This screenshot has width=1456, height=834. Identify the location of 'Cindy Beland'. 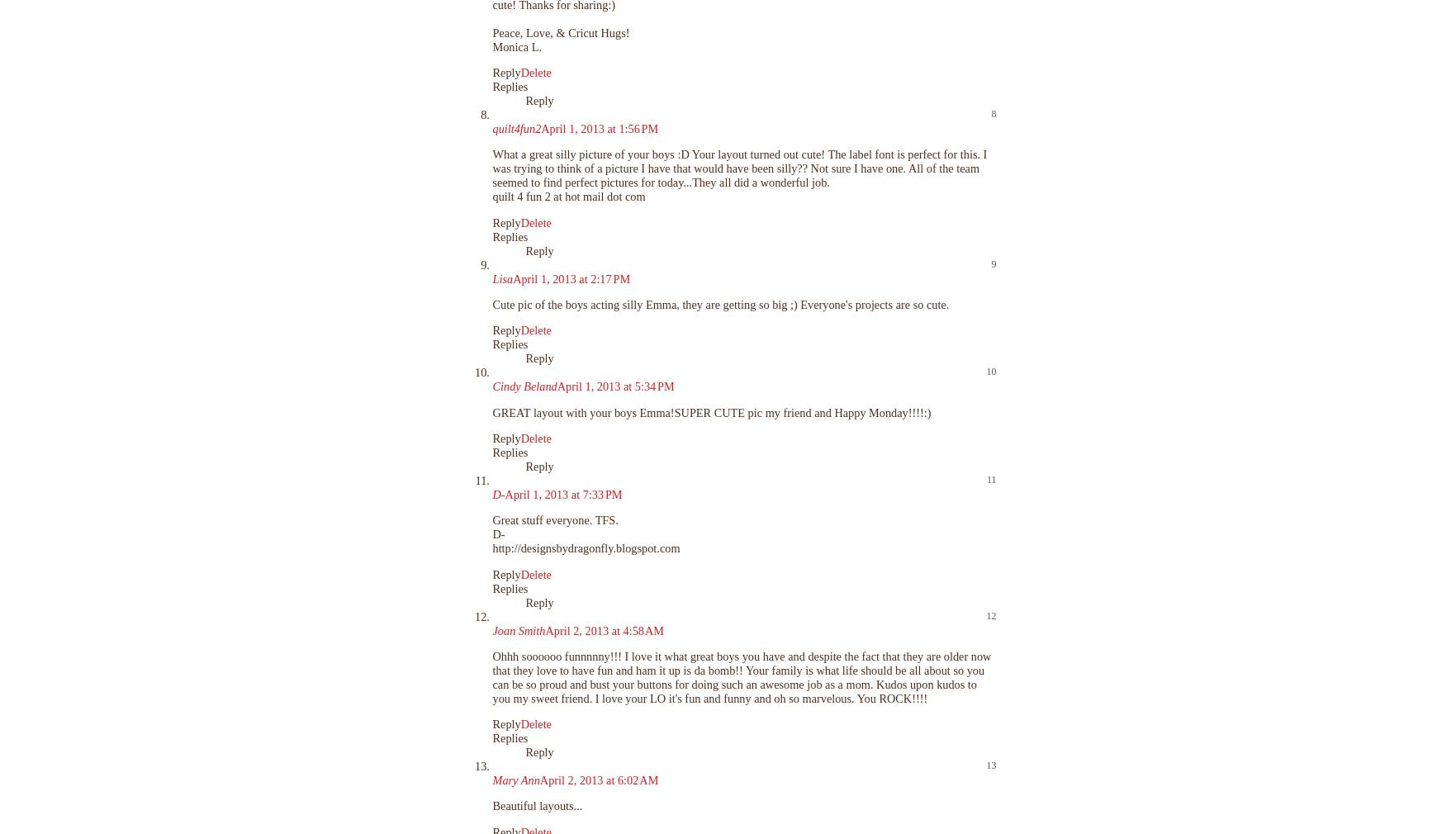
(524, 386).